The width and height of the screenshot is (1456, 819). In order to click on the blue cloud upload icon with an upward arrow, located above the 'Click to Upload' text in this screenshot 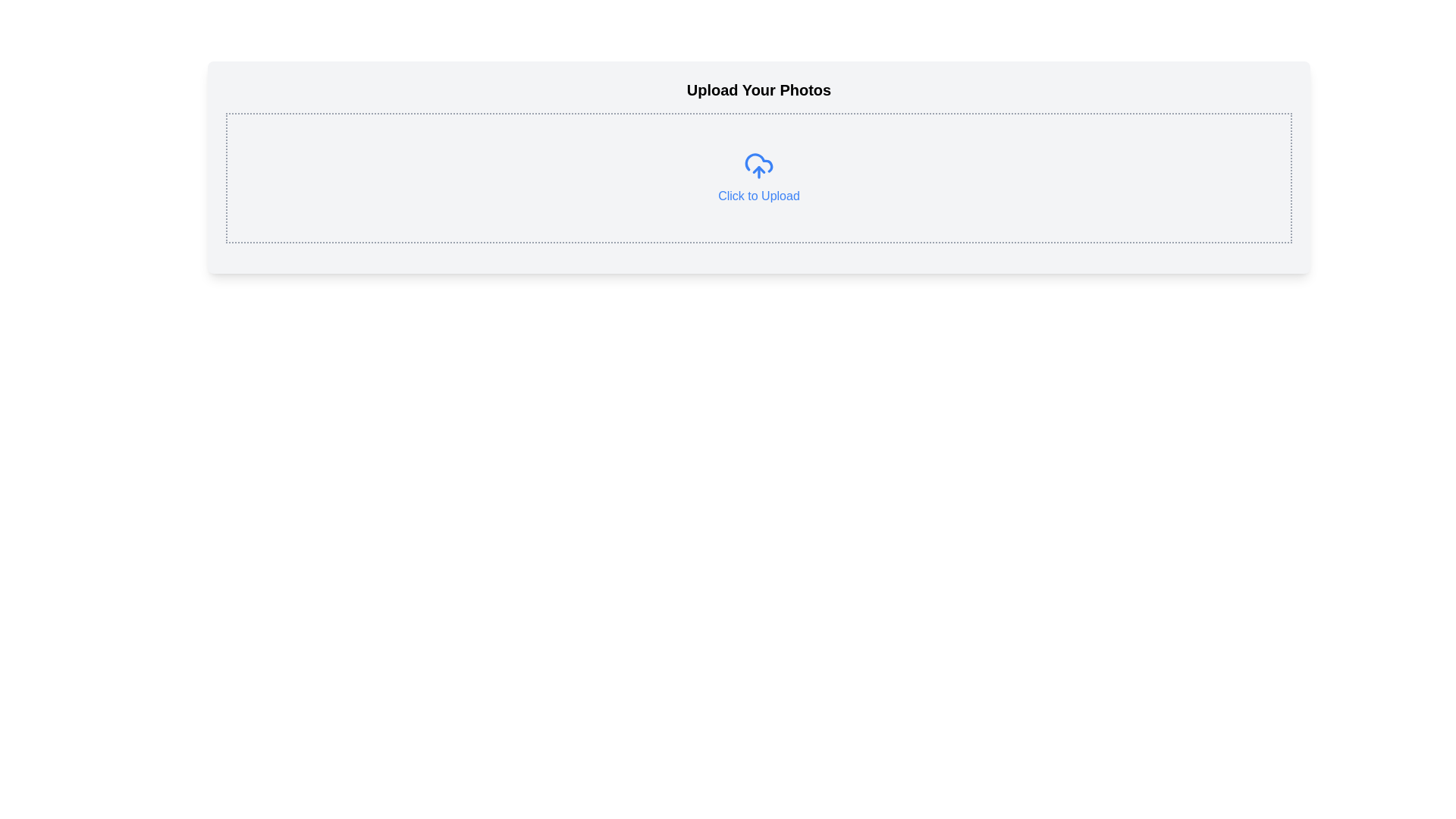, I will do `click(758, 166)`.